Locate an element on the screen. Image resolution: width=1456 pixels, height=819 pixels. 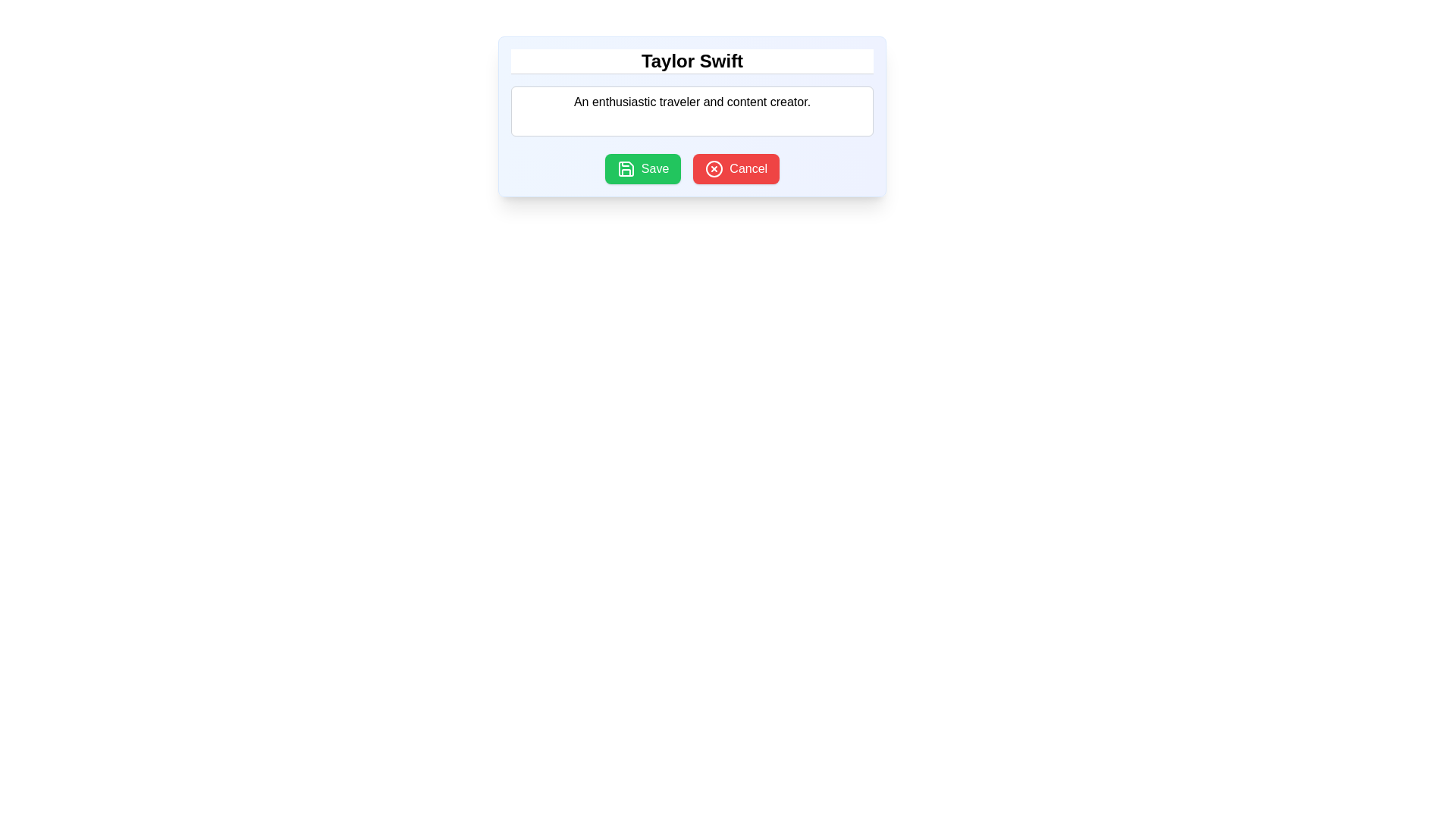
the save icon located on the left portion of the green 'Save' button, which is below the description text box and aligned to the left of the red 'Cancel' button is located at coordinates (626, 169).